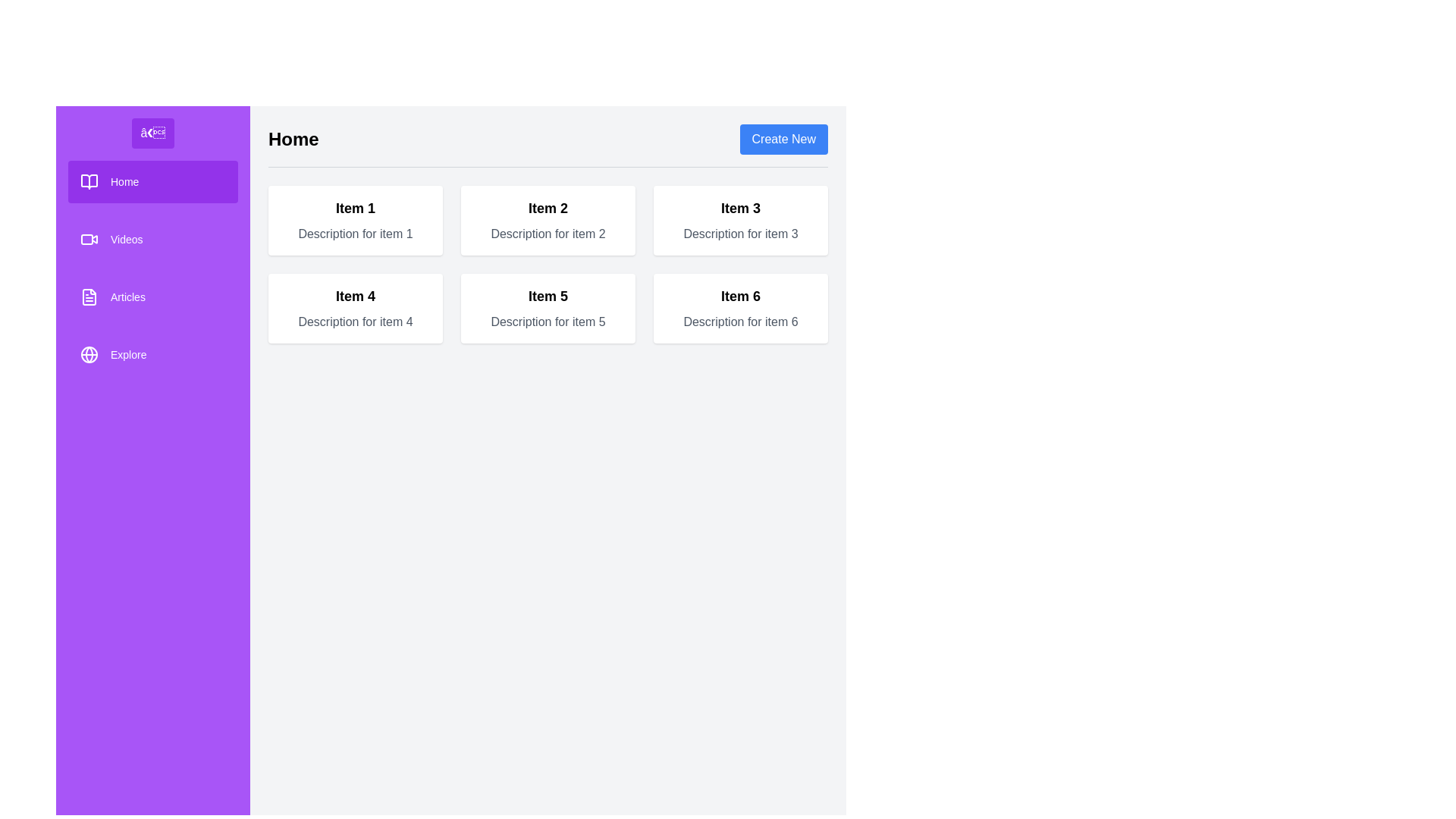 The image size is (1456, 819). I want to click on text from the bold 'Home' label located at the top-left section of the interface, positioned to the left of the 'Create New' button, so click(293, 140).